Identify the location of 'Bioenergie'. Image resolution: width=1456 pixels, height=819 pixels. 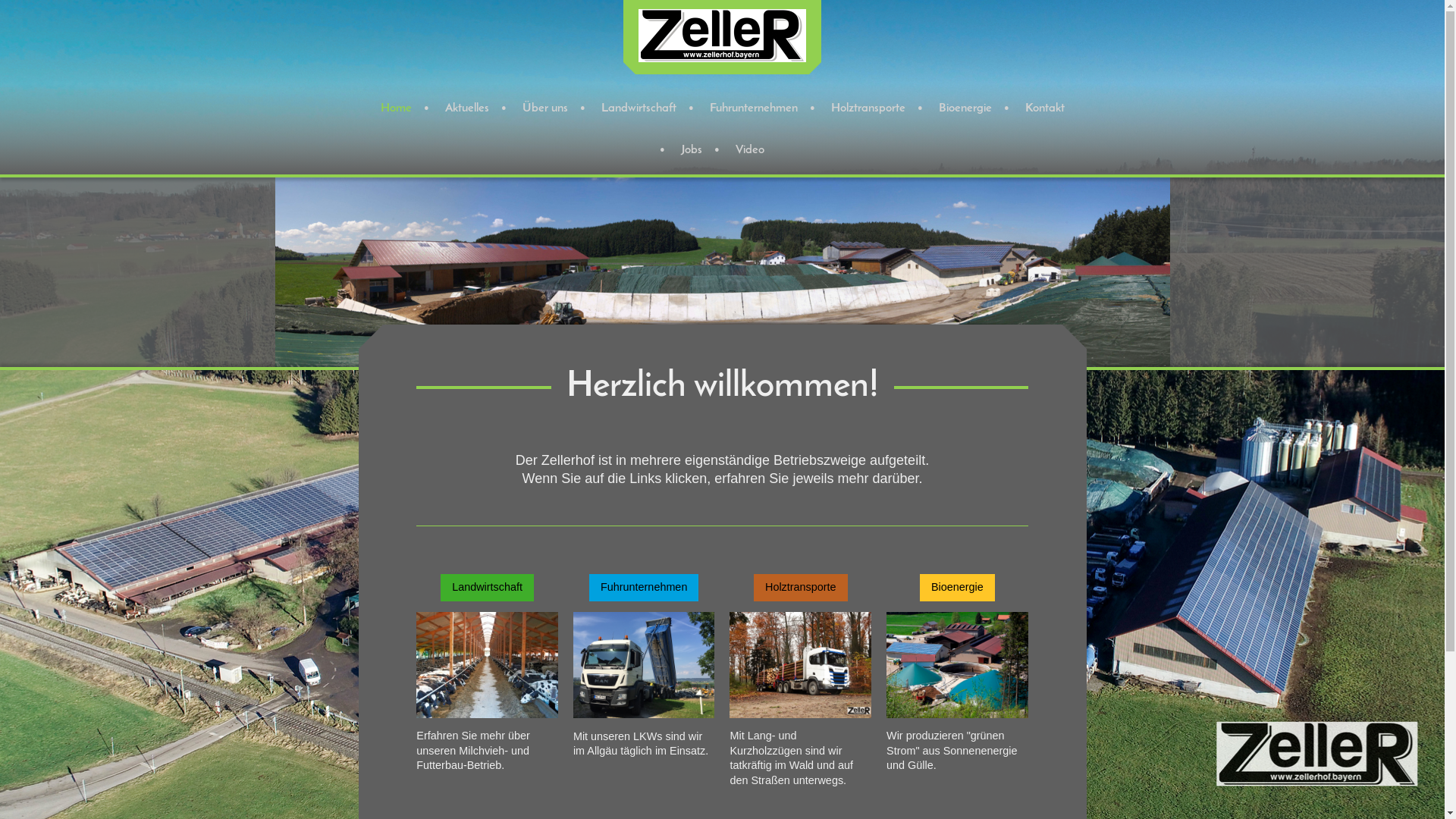
(964, 108).